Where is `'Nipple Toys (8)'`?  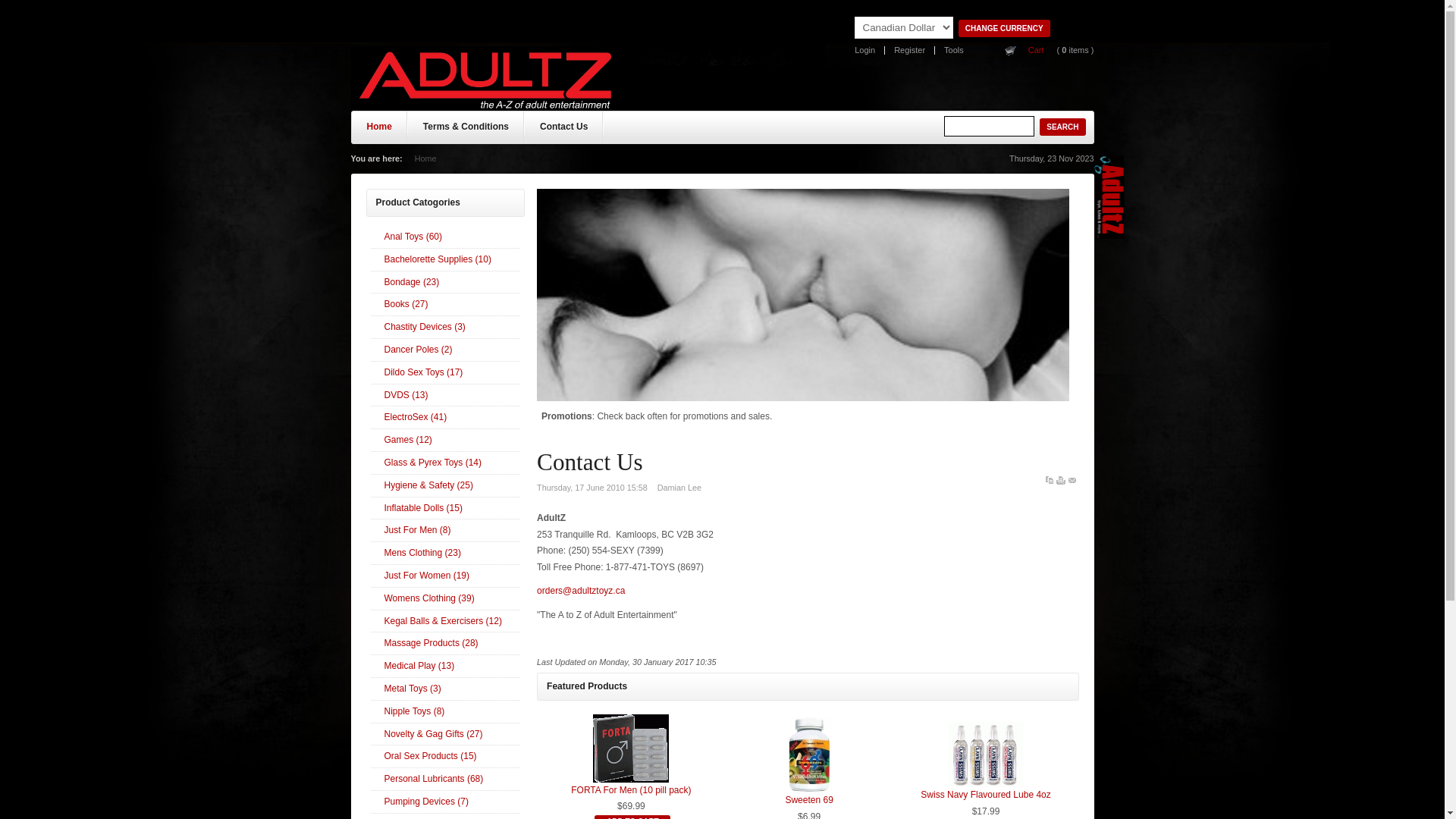
'Nipple Toys (8)' is located at coordinates (444, 711).